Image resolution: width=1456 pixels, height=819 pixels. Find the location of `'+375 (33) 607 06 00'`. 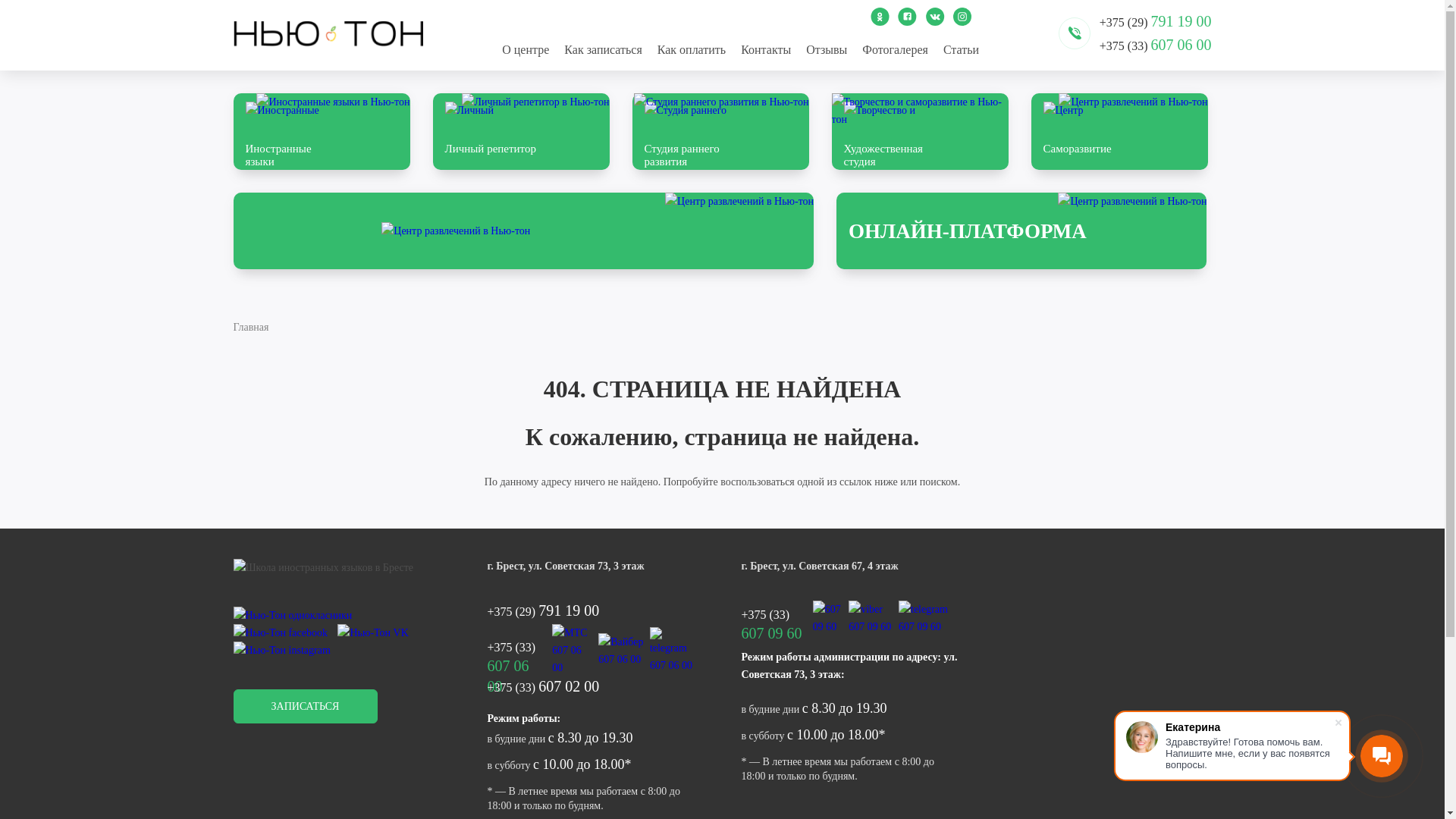

'+375 (33) 607 06 00' is located at coordinates (1099, 44).